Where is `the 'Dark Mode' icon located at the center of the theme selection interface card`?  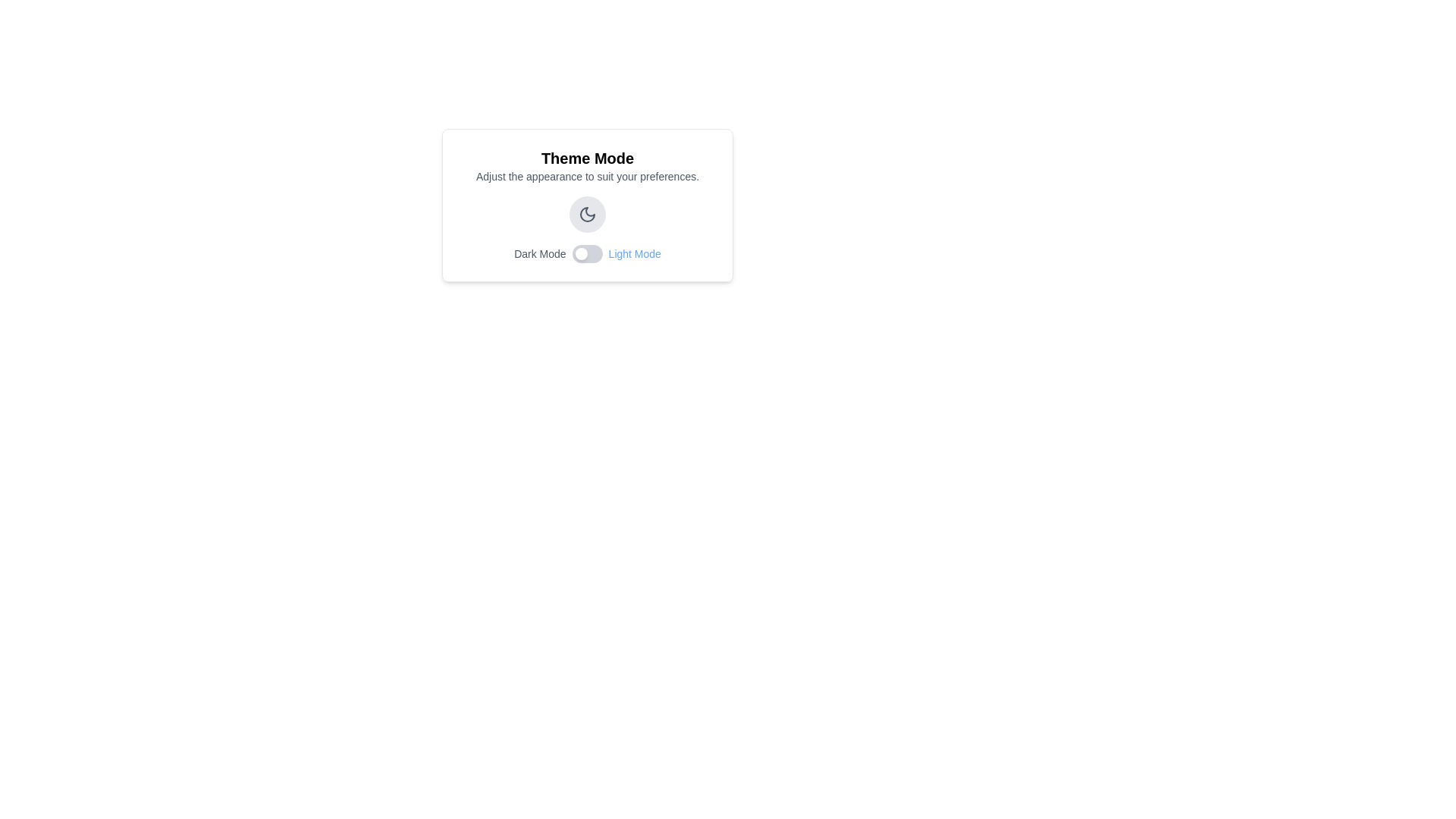 the 'Dark Mode' icon located at the center of the theme selection interface card is located at coordinates (586, 214).